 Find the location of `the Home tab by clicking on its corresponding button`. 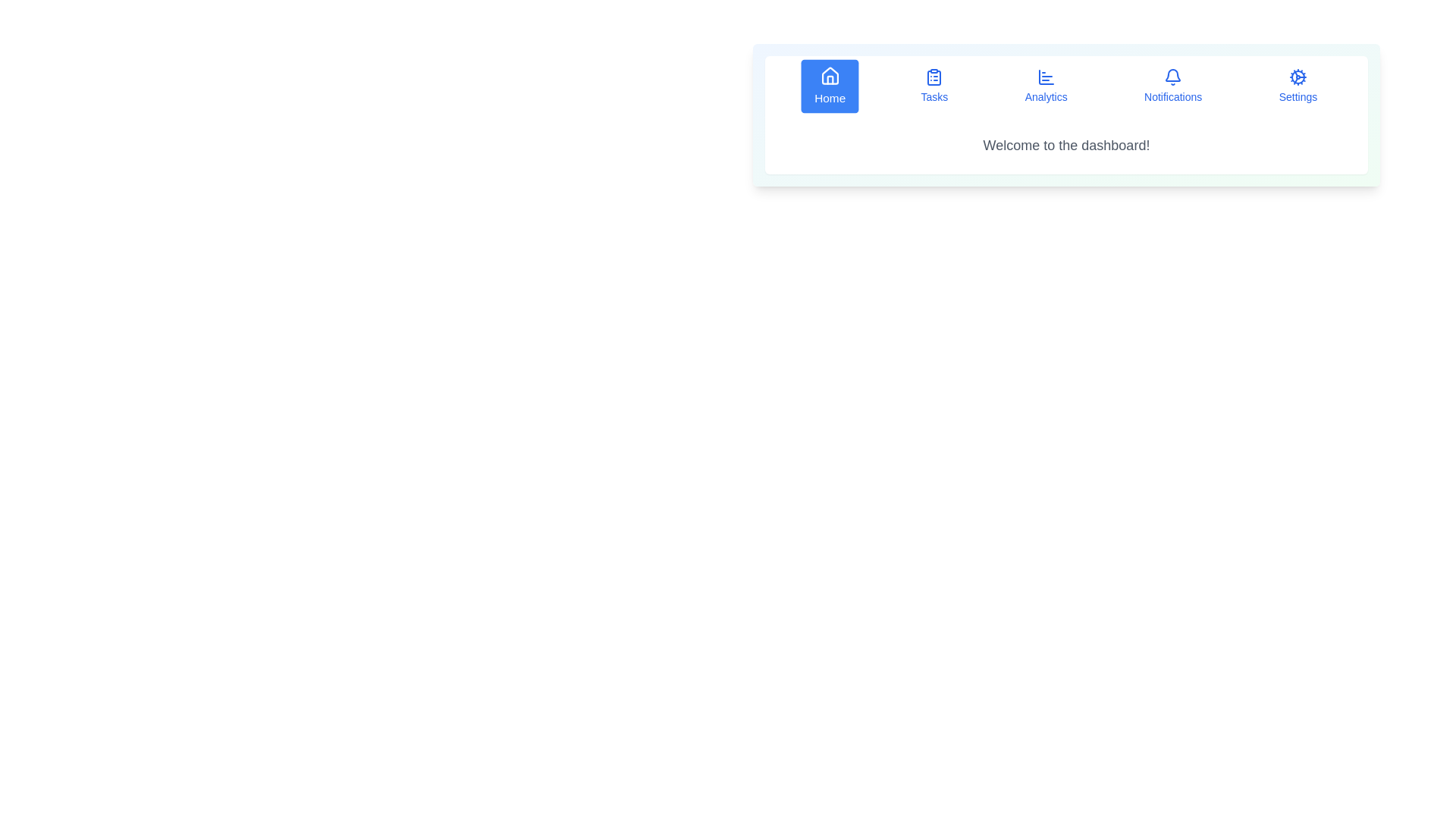

the Home tab by clicking on its corresponding button is located at coordinates (829, 86).